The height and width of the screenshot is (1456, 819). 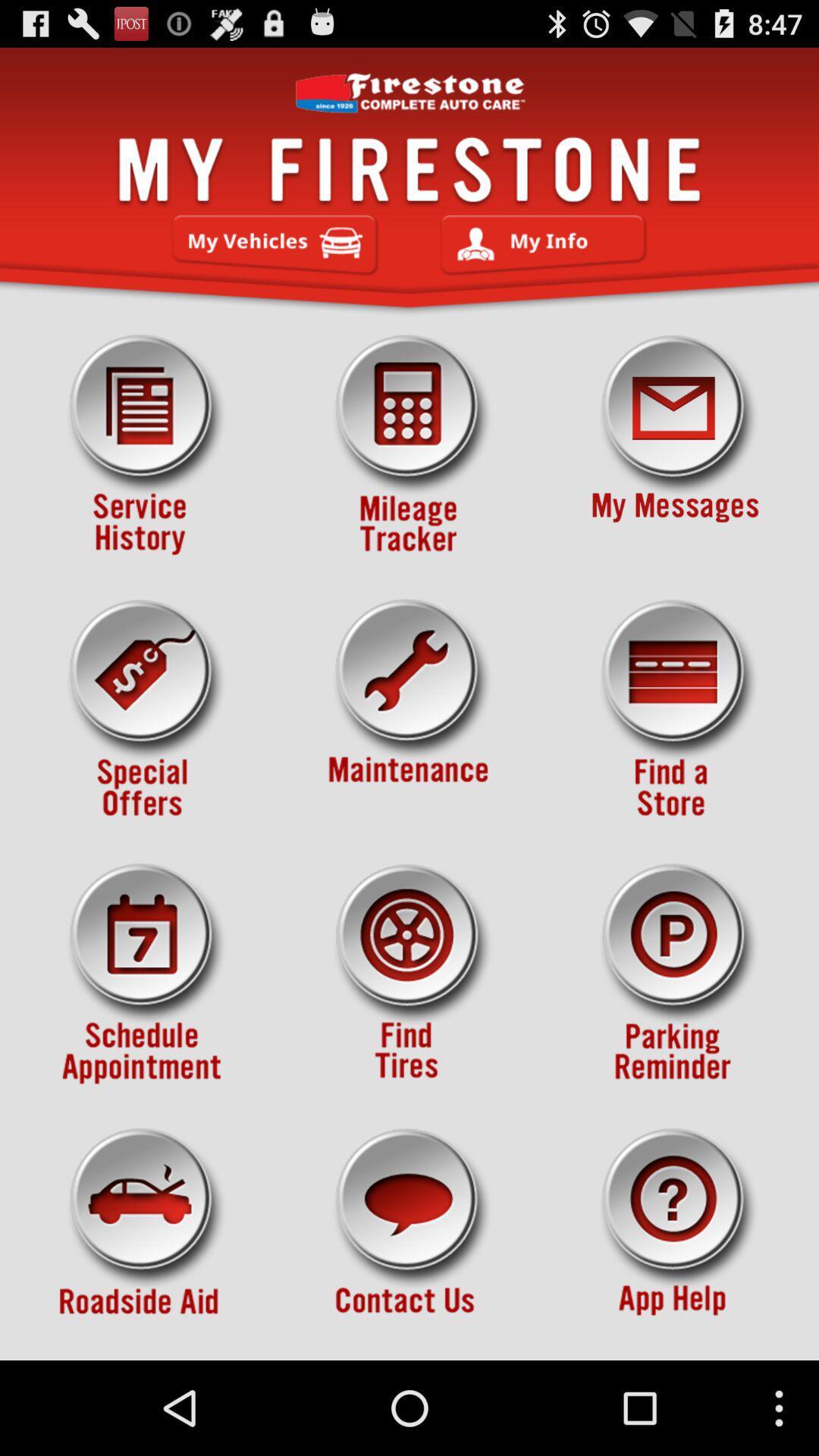 What do you see at coordinates (275, 245) in the screenshot?
I see `open my vehicles page` at bounding box center [275, 245].